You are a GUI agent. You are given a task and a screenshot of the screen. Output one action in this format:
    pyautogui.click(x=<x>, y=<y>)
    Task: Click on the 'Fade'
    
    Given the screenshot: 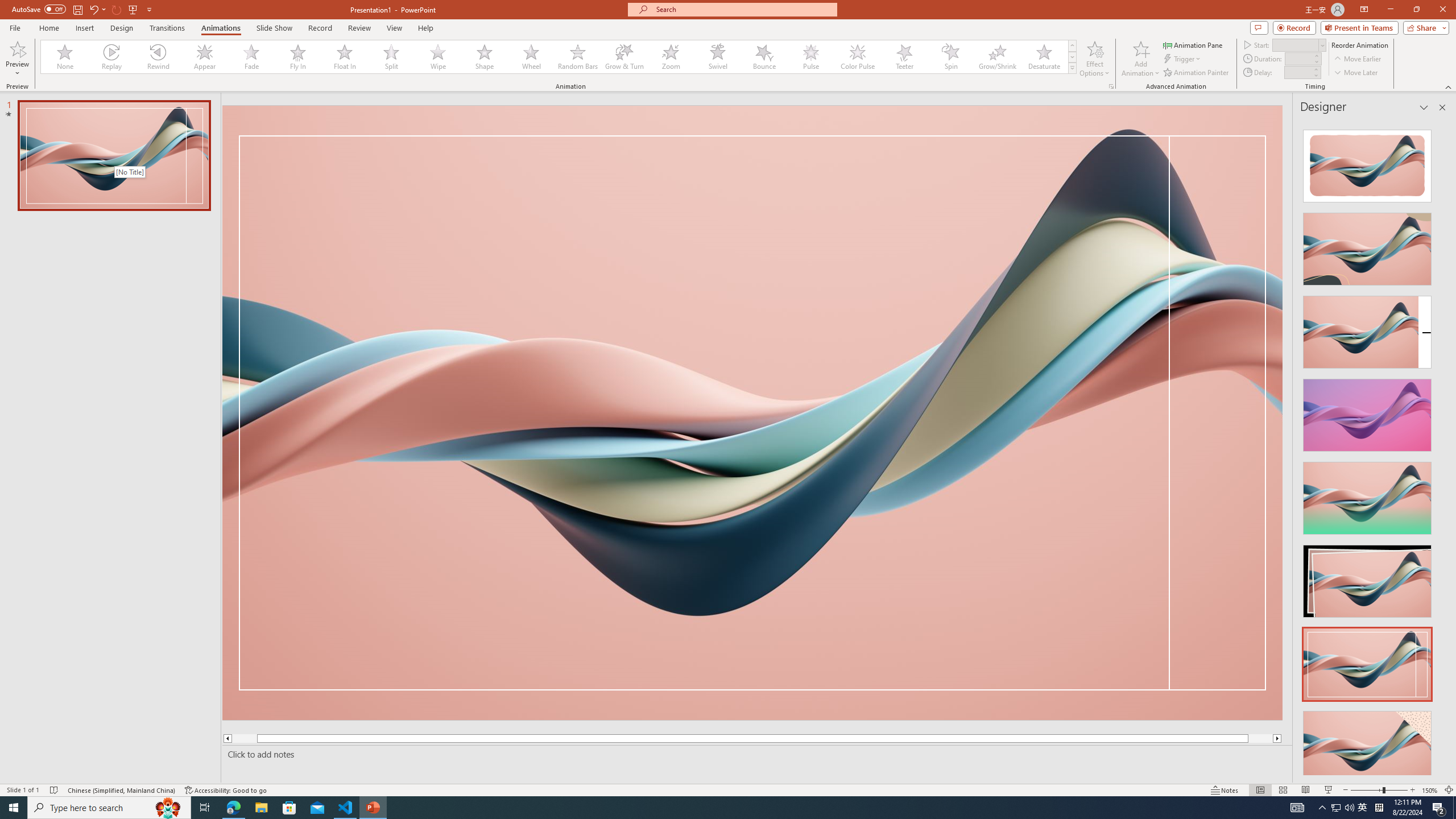 What is the action you would take?
    pyautogui.click(x=251, y=56)
    